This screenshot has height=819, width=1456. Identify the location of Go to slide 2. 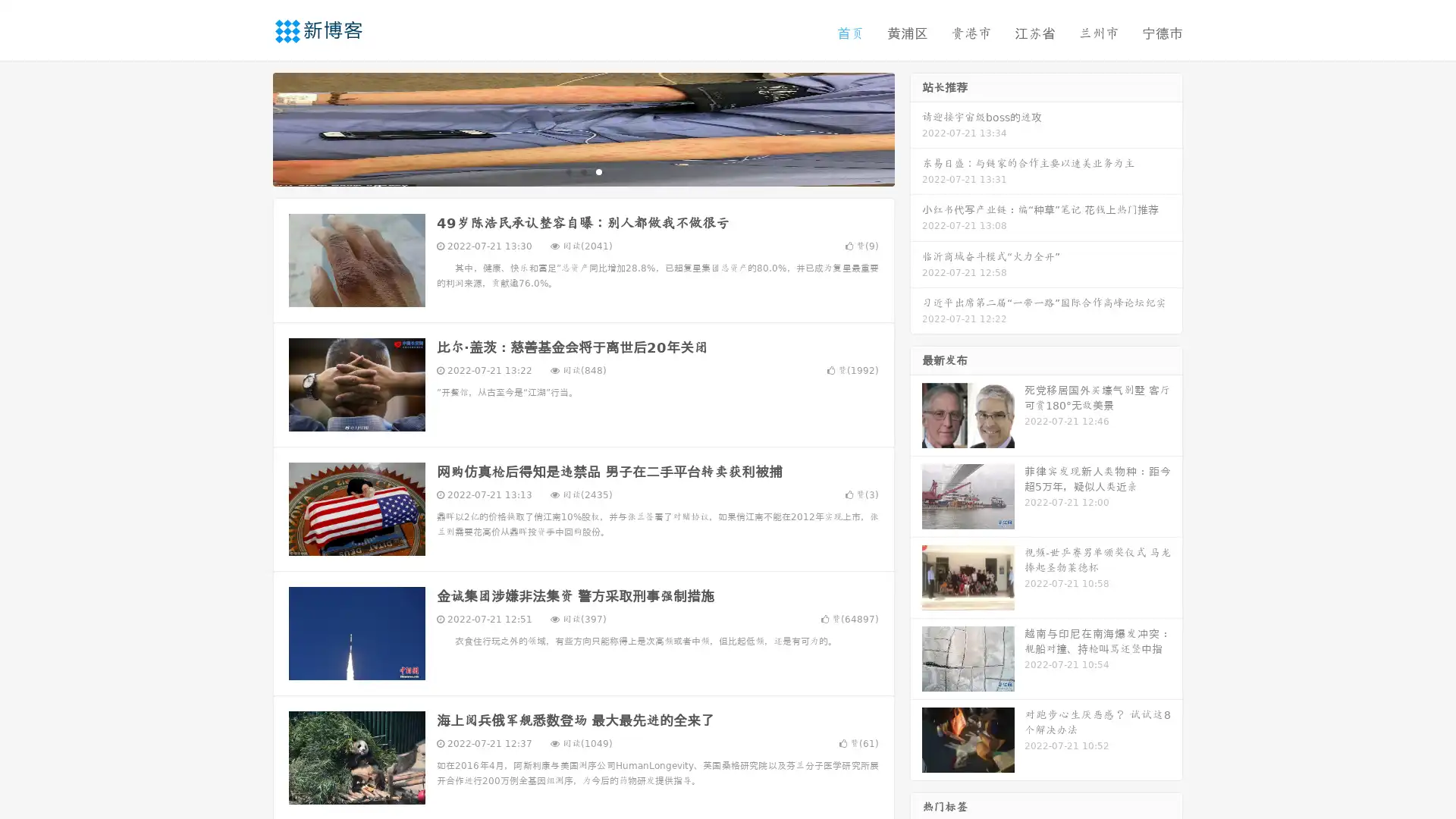
(582, 171).